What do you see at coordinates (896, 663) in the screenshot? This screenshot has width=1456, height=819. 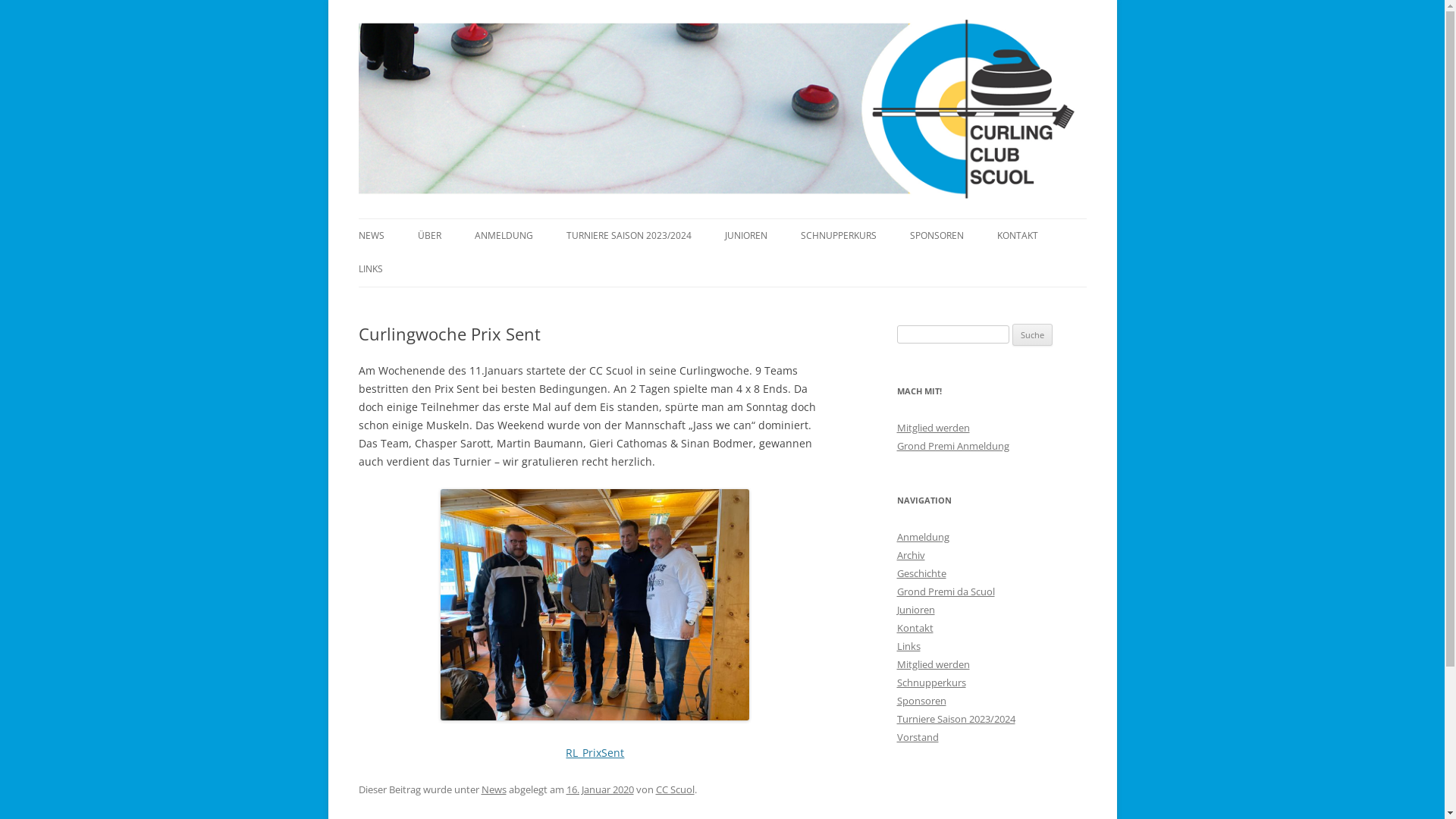 I see `'Mitglied werden'` at bounding box center [896, 663].